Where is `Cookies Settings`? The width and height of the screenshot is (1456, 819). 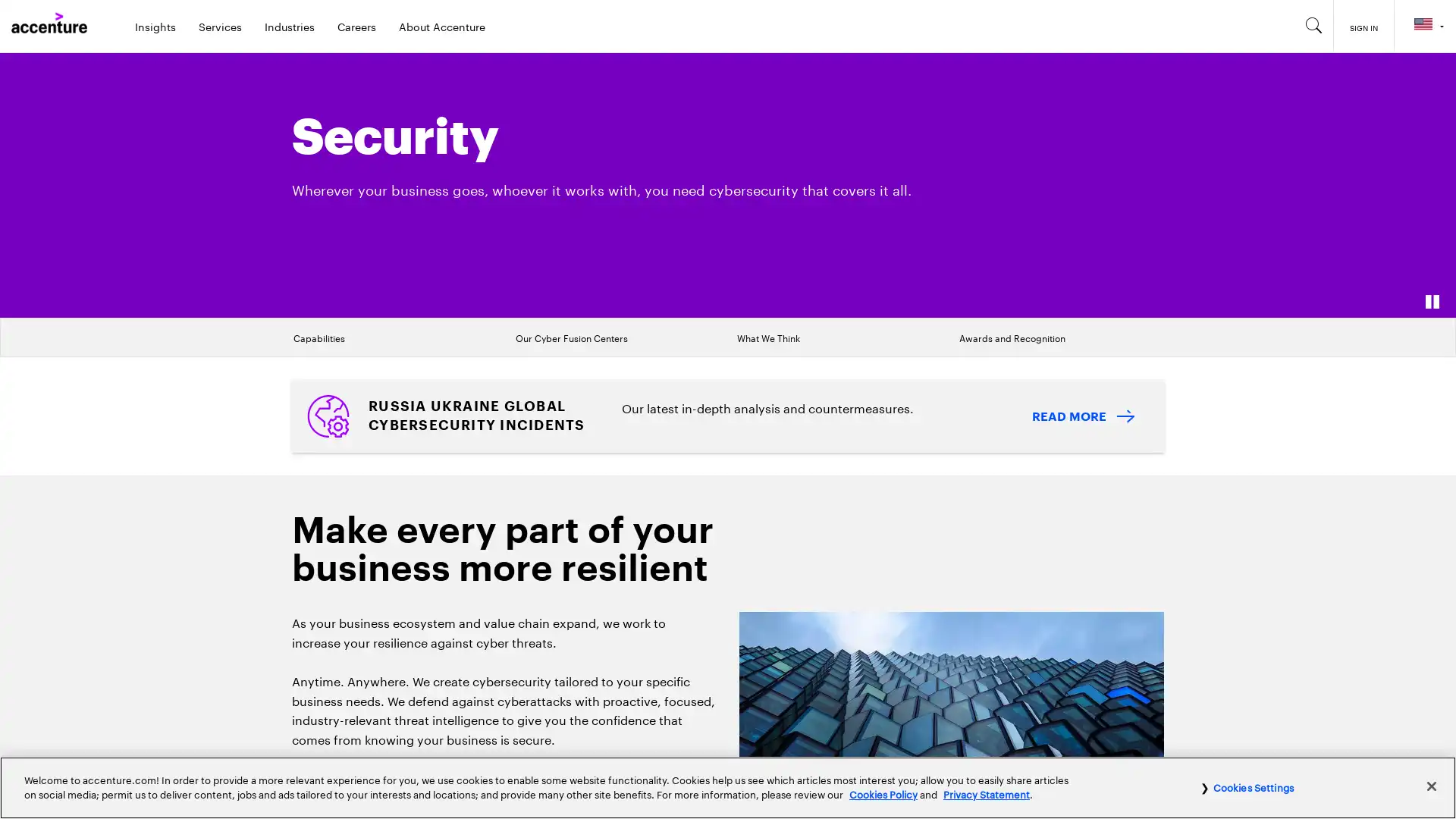 Cookies Settings is located at coordinates (1247, 786).